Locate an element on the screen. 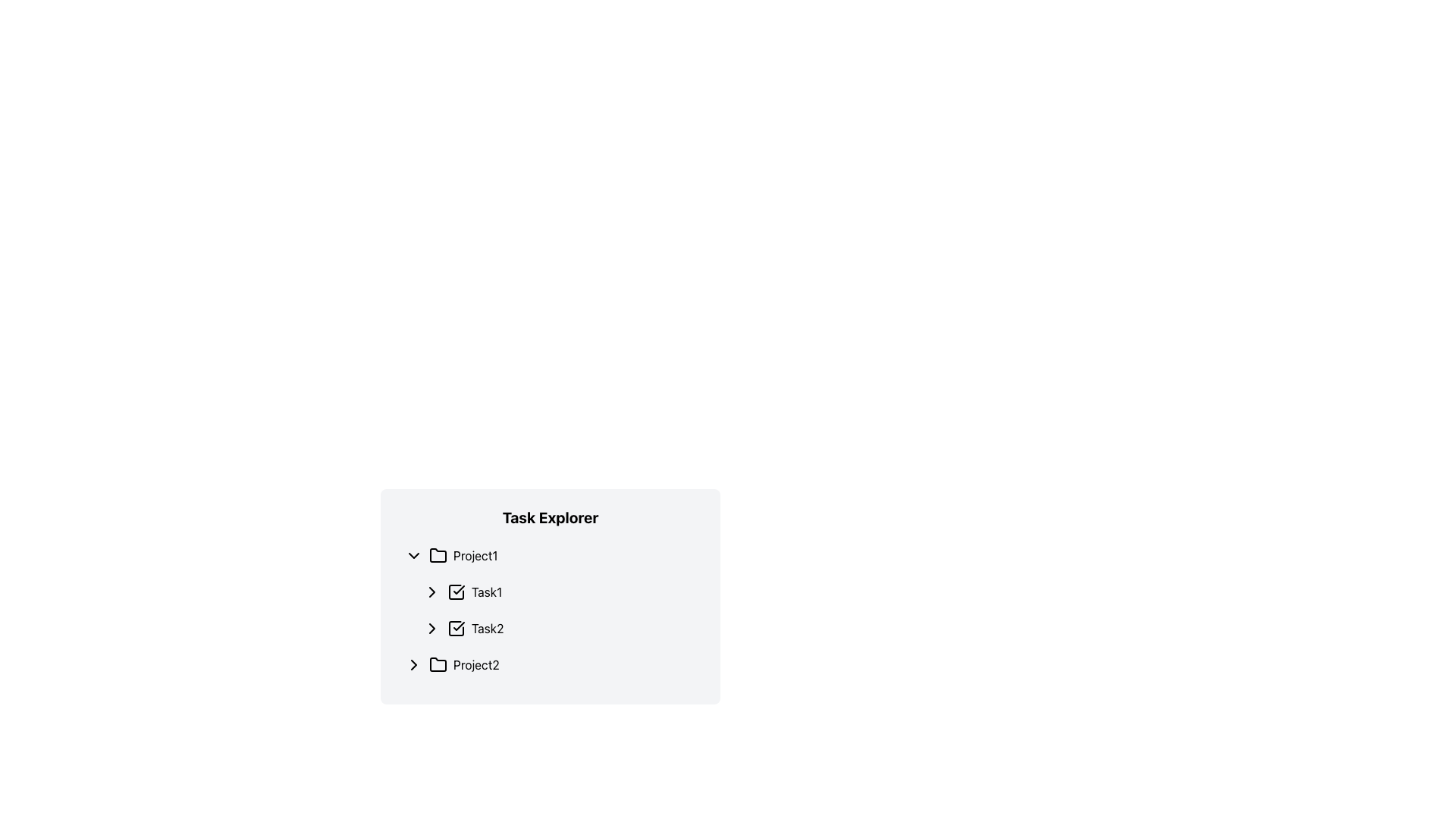  the Chevron Icon located to the left of the 'Task1' text label in the Task Explorer interface is located at coordinates (431, 591).